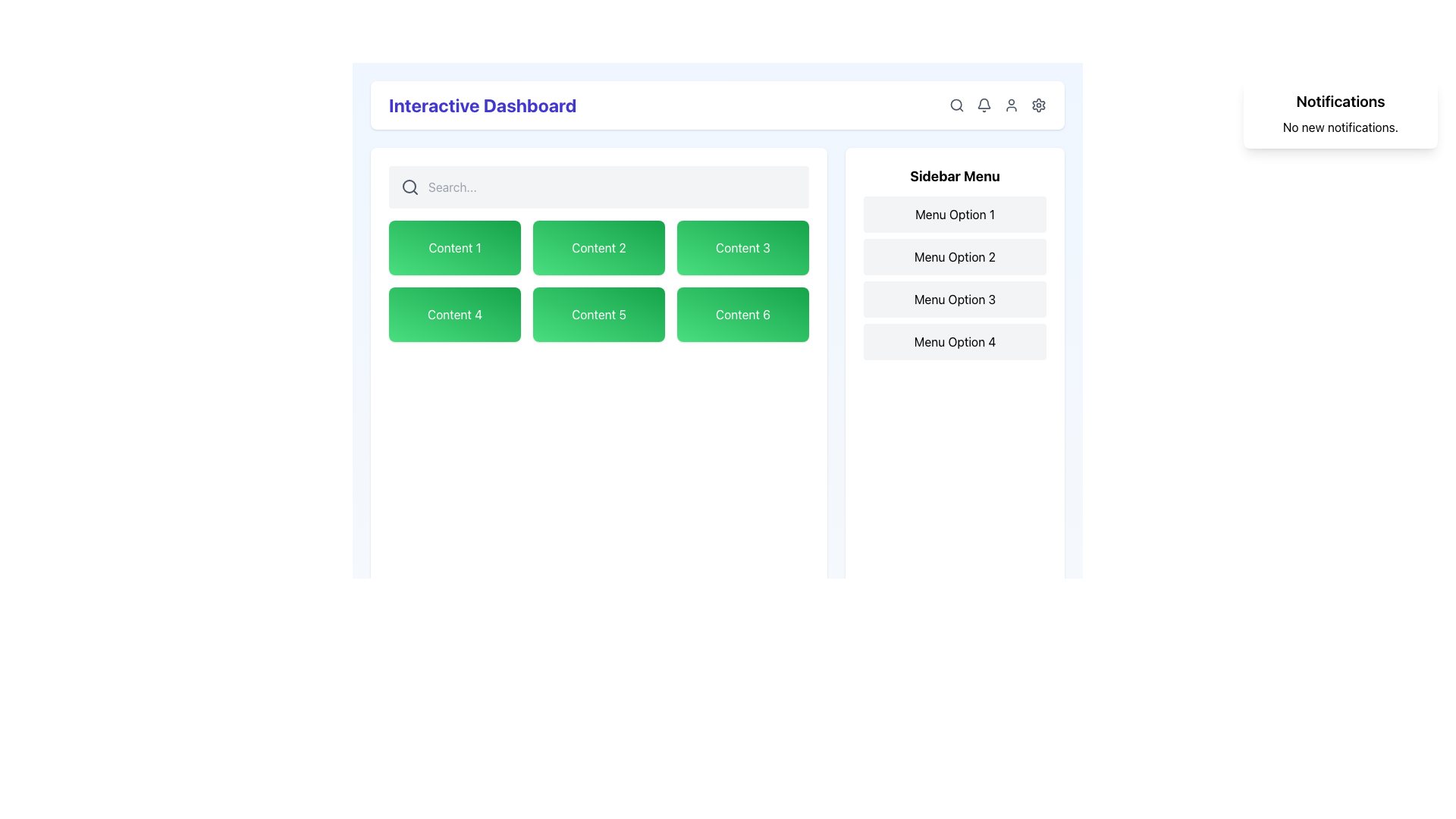 This screenshot has height=819, width=1456. I want to click on the static content block with a green gradient background and the text 'Content 1' centered within it, located in the top-left corner of the grid, so click(454, 247).